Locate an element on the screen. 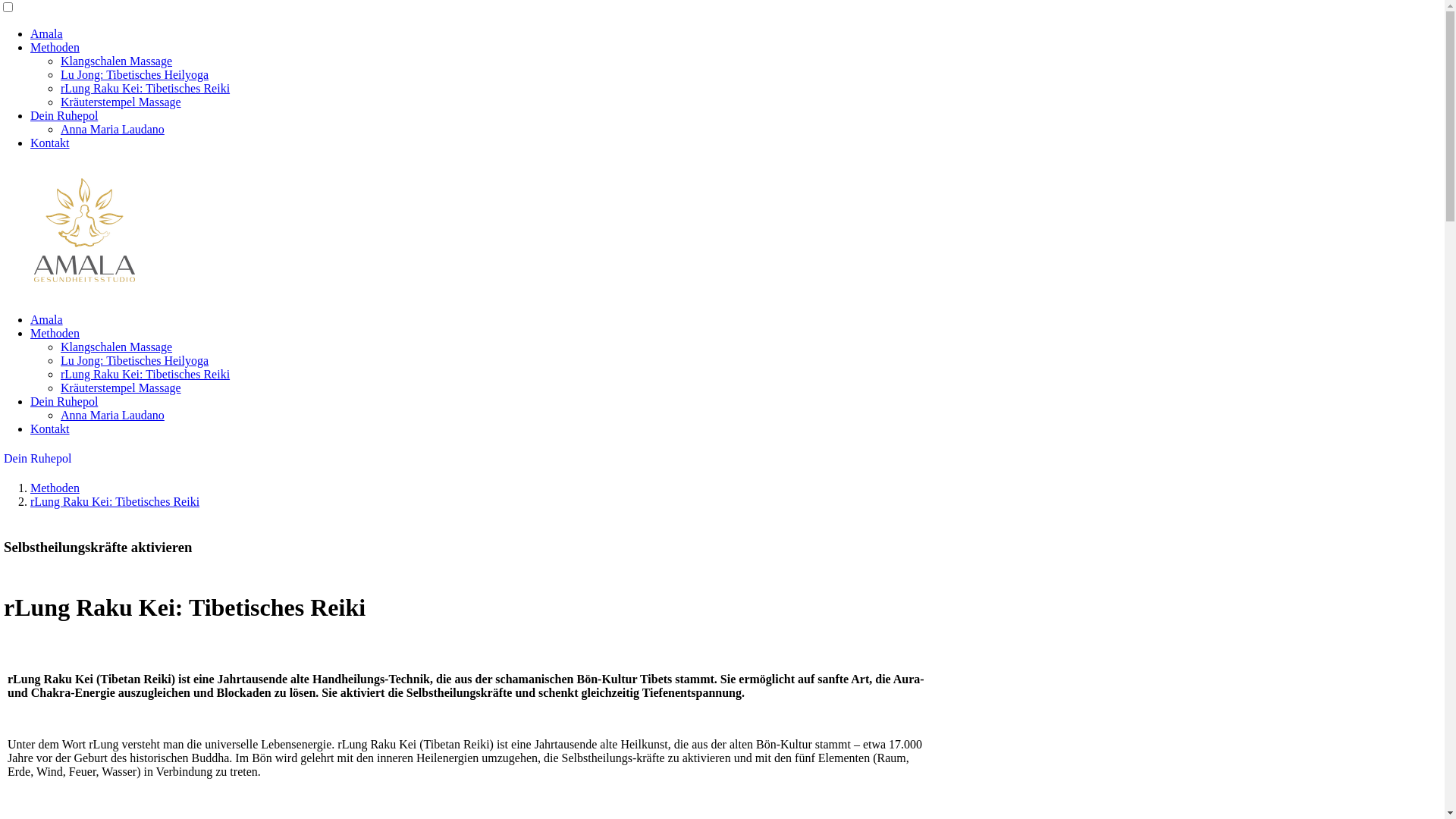 The height and width of the screenshot is (819, 1456). 'Anna Maria Laudano' is located at coordinates (111, 415).